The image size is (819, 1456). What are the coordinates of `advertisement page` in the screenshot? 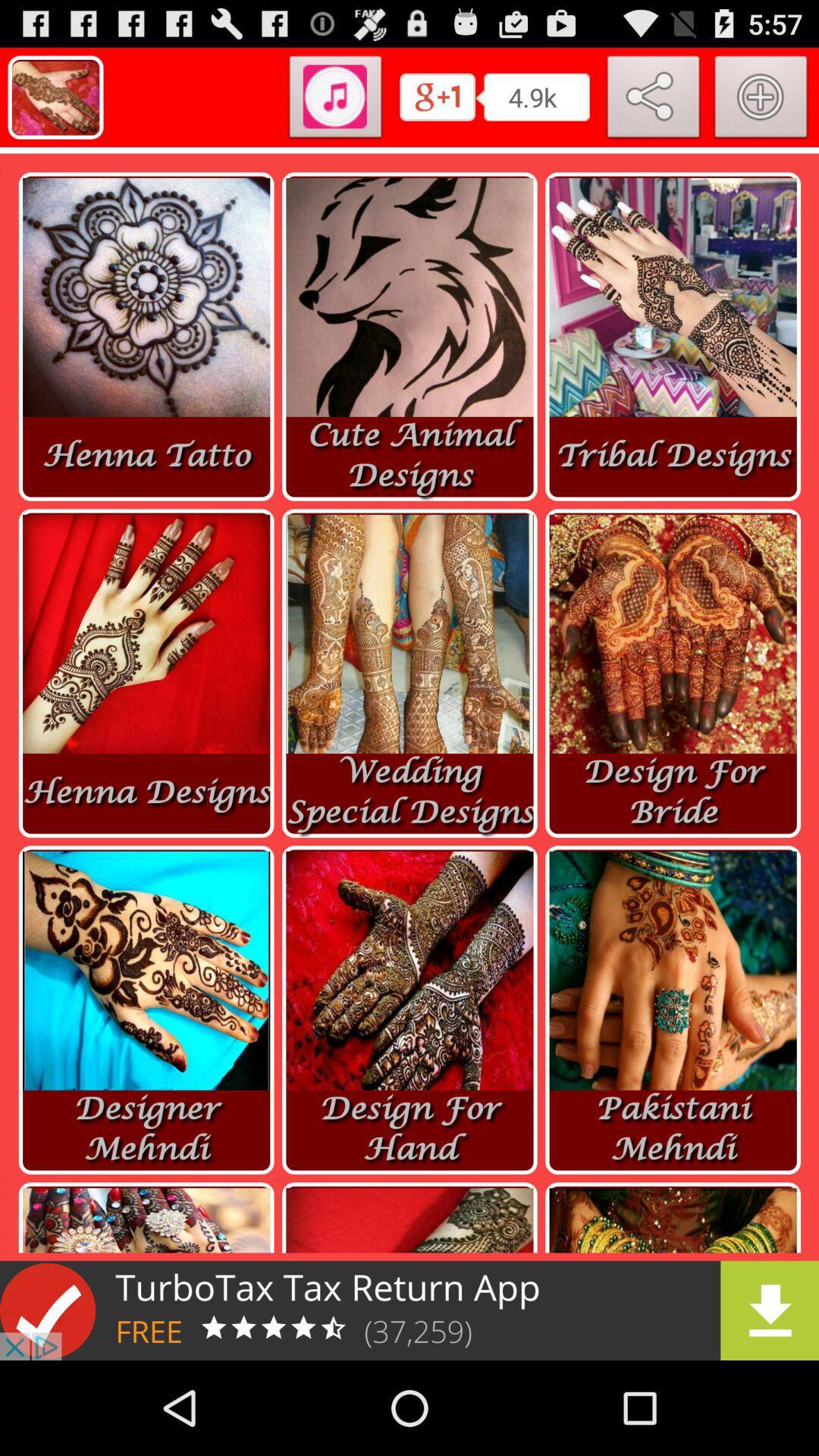 It's located at (409, 1310).